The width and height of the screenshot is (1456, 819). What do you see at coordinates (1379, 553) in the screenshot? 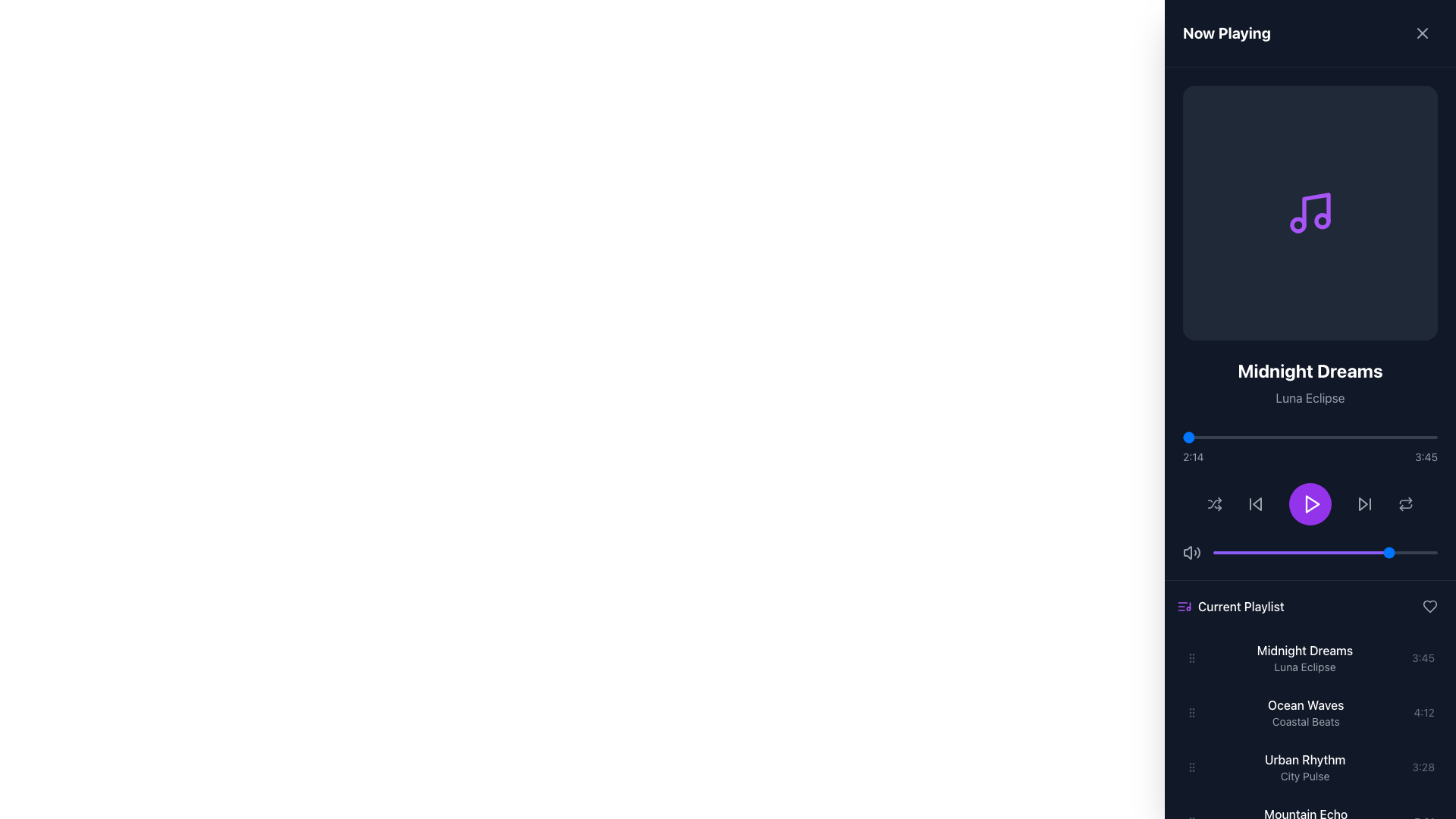
I see `the slider` at bounding box center [1379, 553].